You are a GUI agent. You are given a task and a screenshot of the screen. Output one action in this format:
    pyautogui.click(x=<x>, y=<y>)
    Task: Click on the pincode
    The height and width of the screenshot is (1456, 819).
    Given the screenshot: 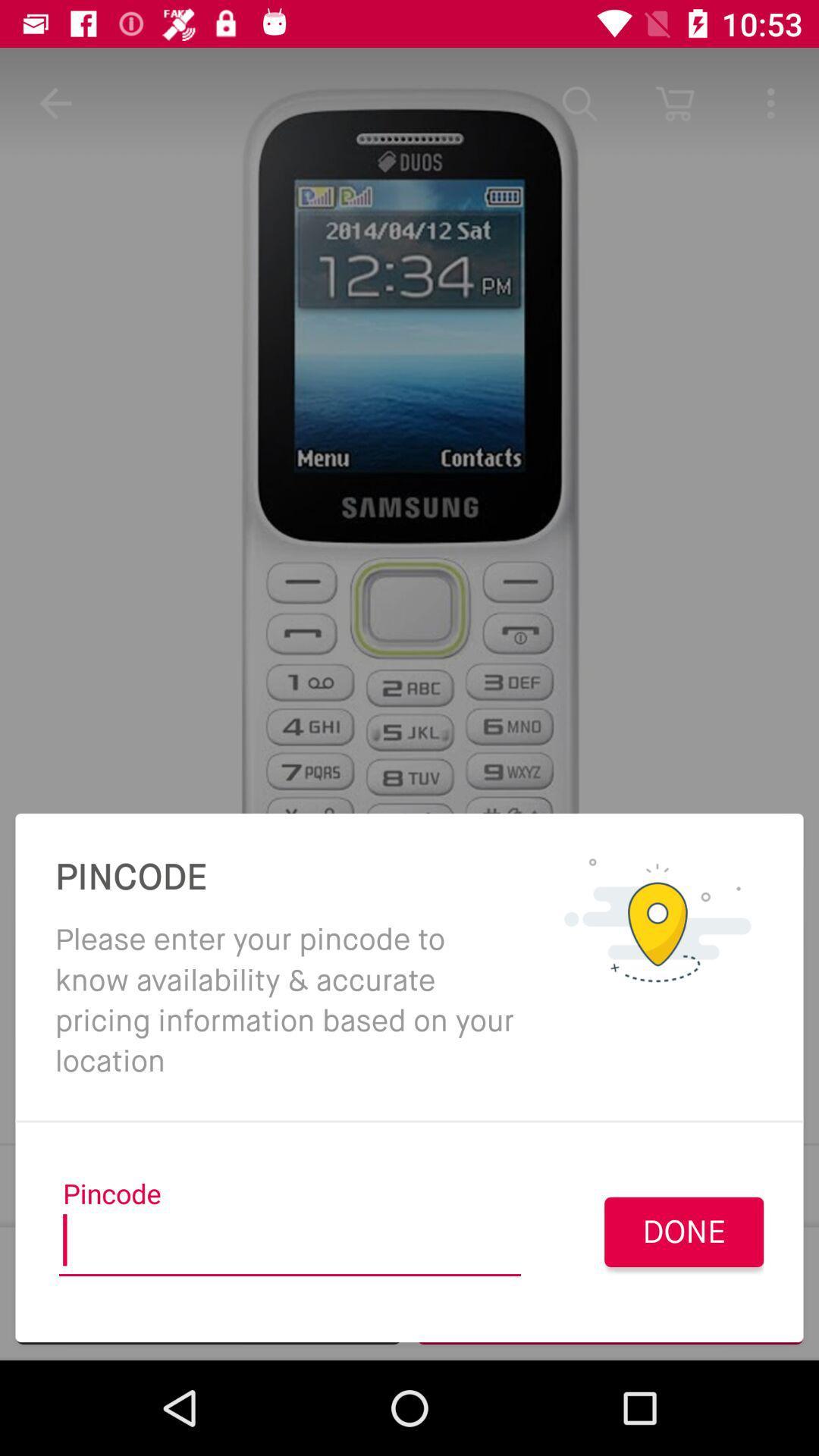 What is the action you would take?
    pyautogui.click(x=290, y=1245)
    